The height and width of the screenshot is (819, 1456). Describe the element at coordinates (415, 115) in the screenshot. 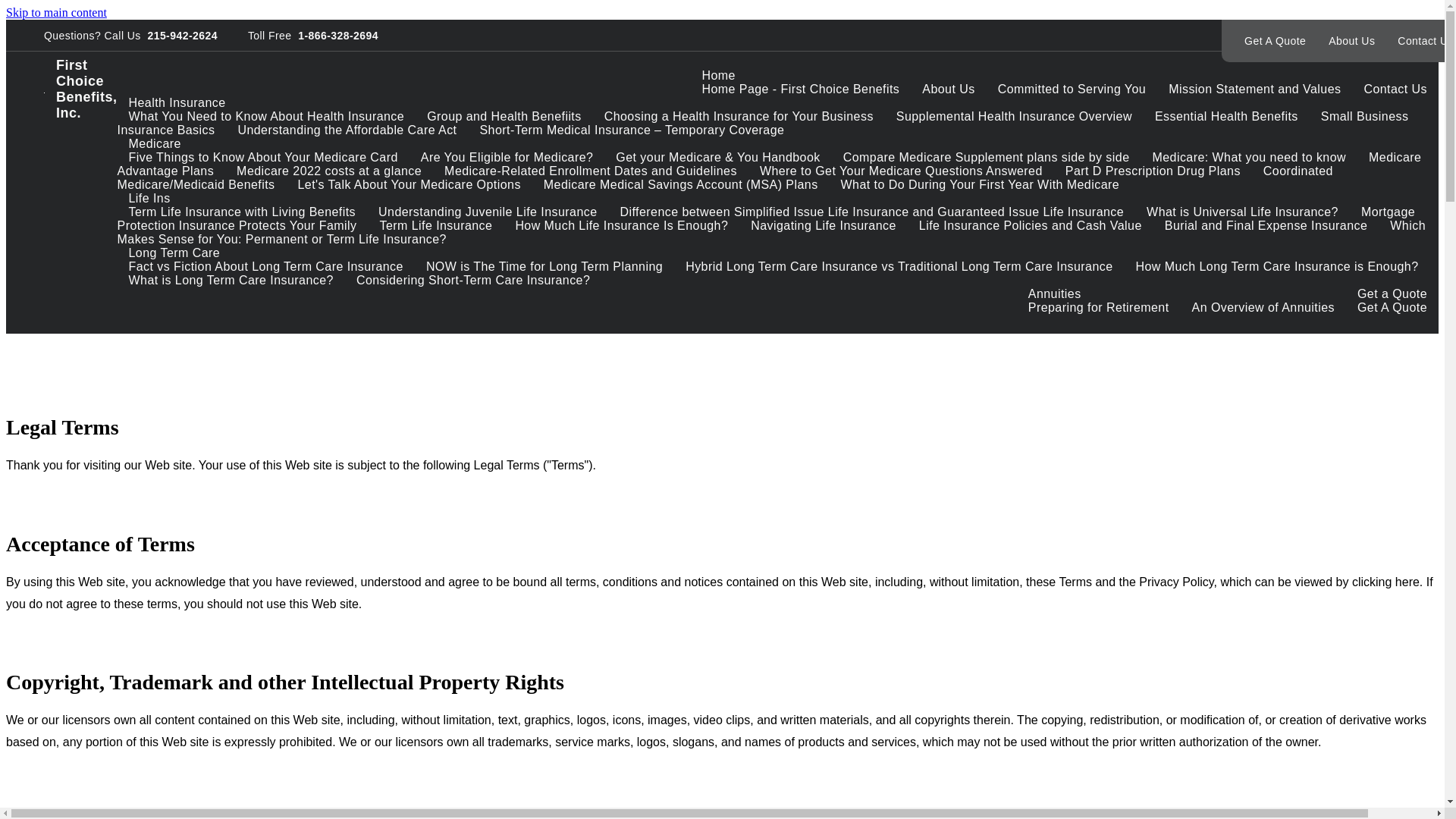

I see `'Group and Health Benefiits'` at that location.